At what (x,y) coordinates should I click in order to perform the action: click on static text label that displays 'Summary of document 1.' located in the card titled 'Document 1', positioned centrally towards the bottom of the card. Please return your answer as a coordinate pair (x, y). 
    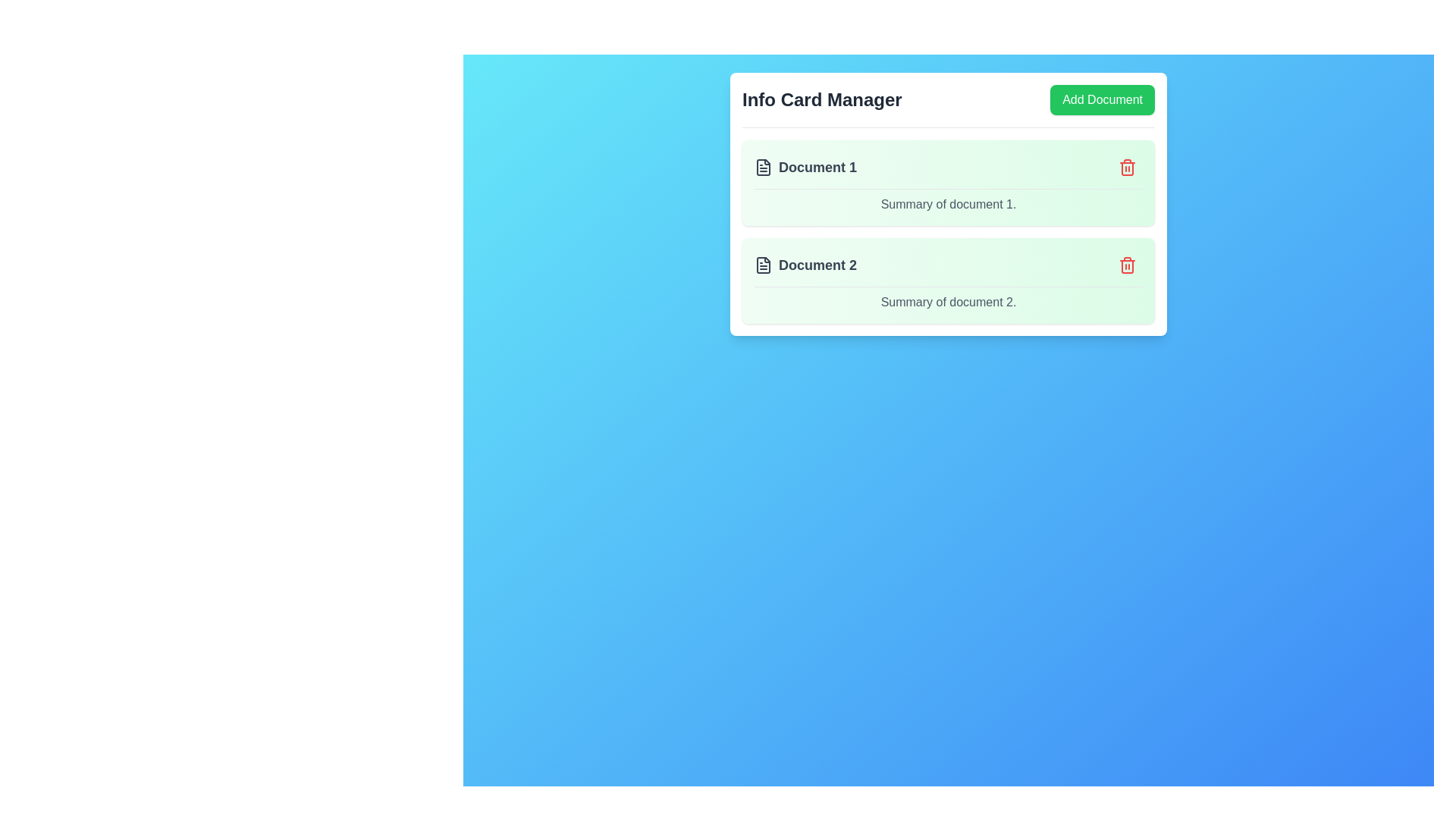
    Looking at the image, I should click on (948, 205).